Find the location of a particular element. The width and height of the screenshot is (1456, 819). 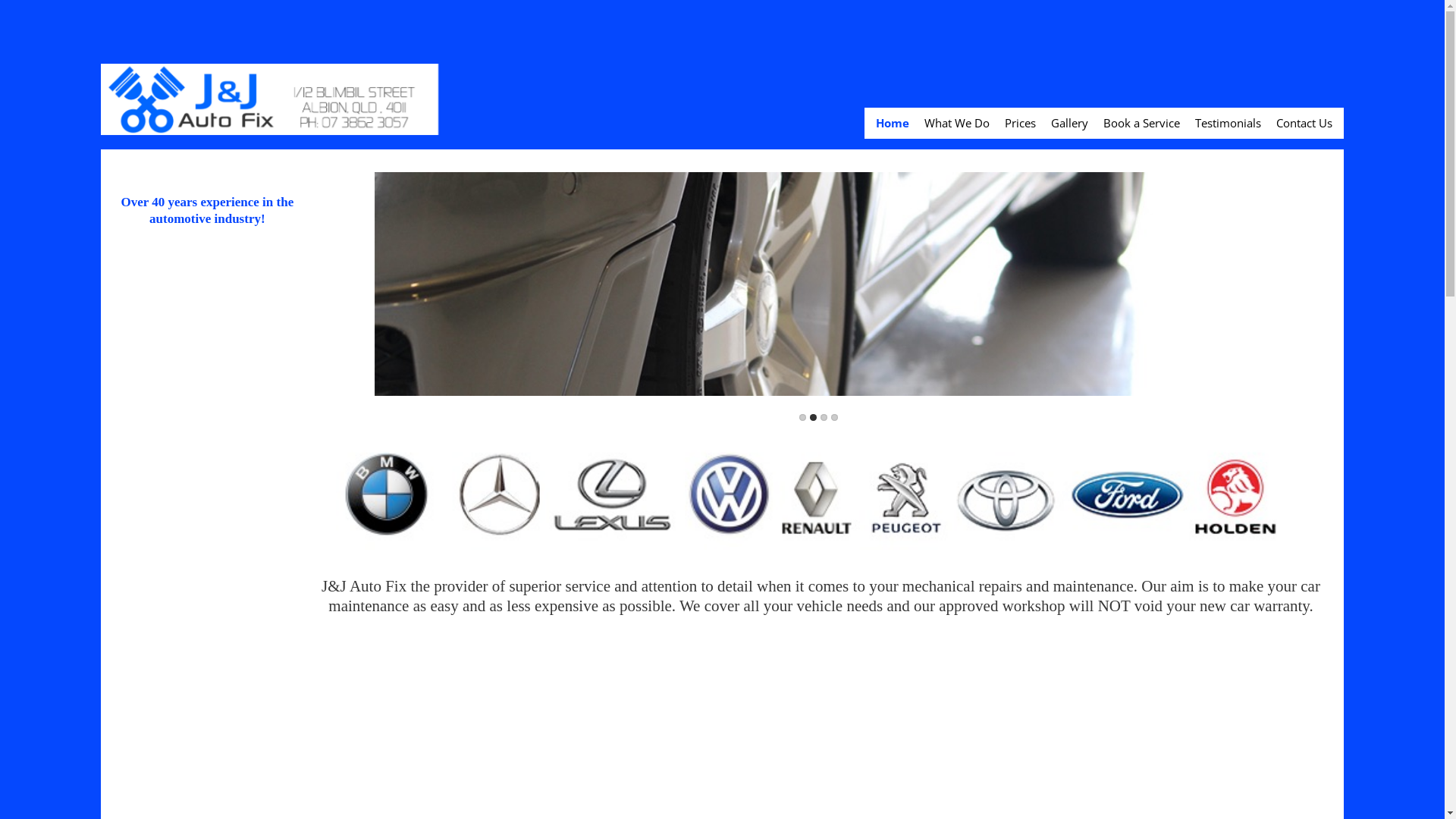

'1' is located at coordinates (802, 417).